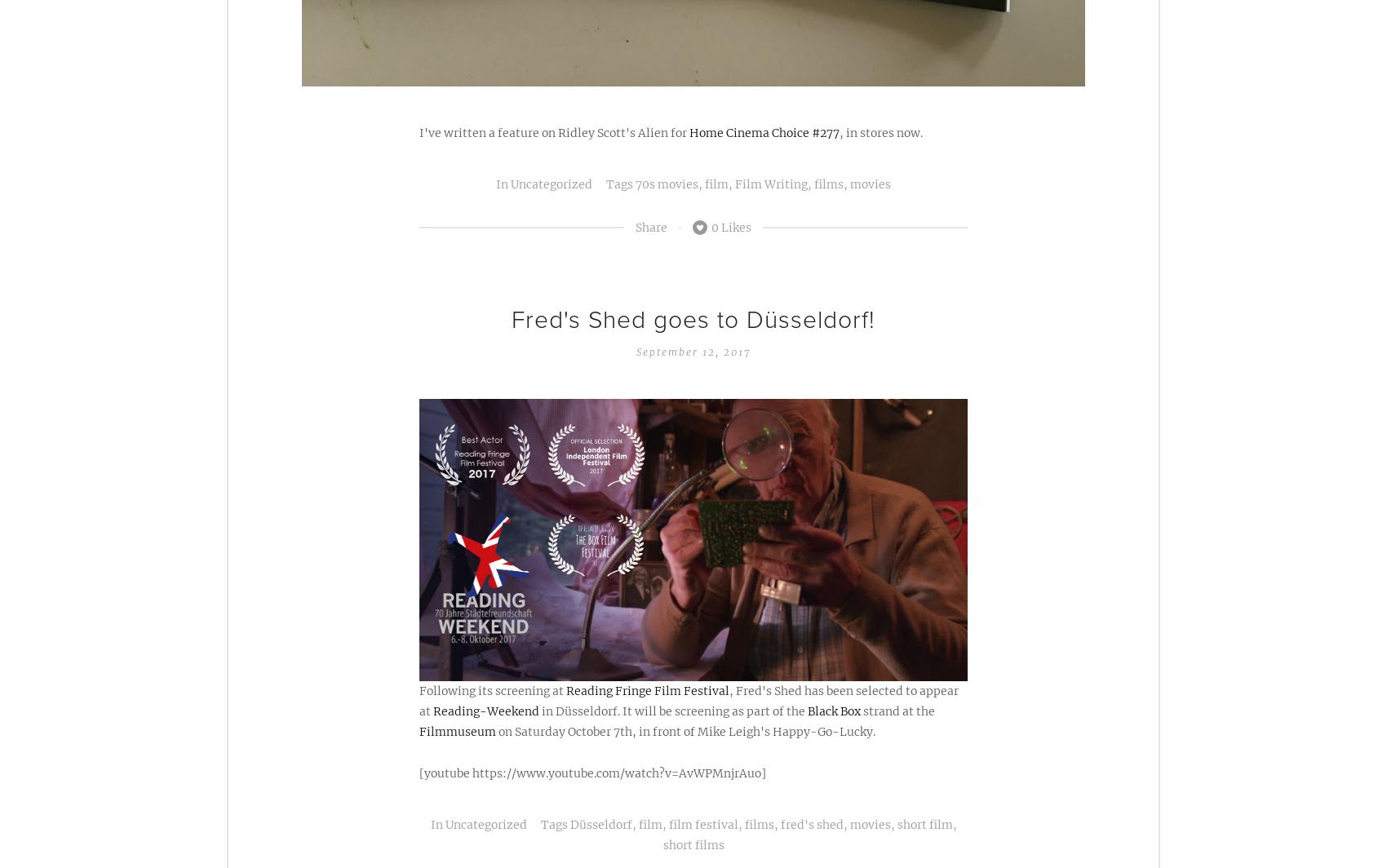 The height and width of the screenshot is (868, 1387). What do you see at coordinates (672, 710) in the screenshot?
I see `'in Düsseldorf. It will be screening as part of the'` at bounding box center [672, 710].